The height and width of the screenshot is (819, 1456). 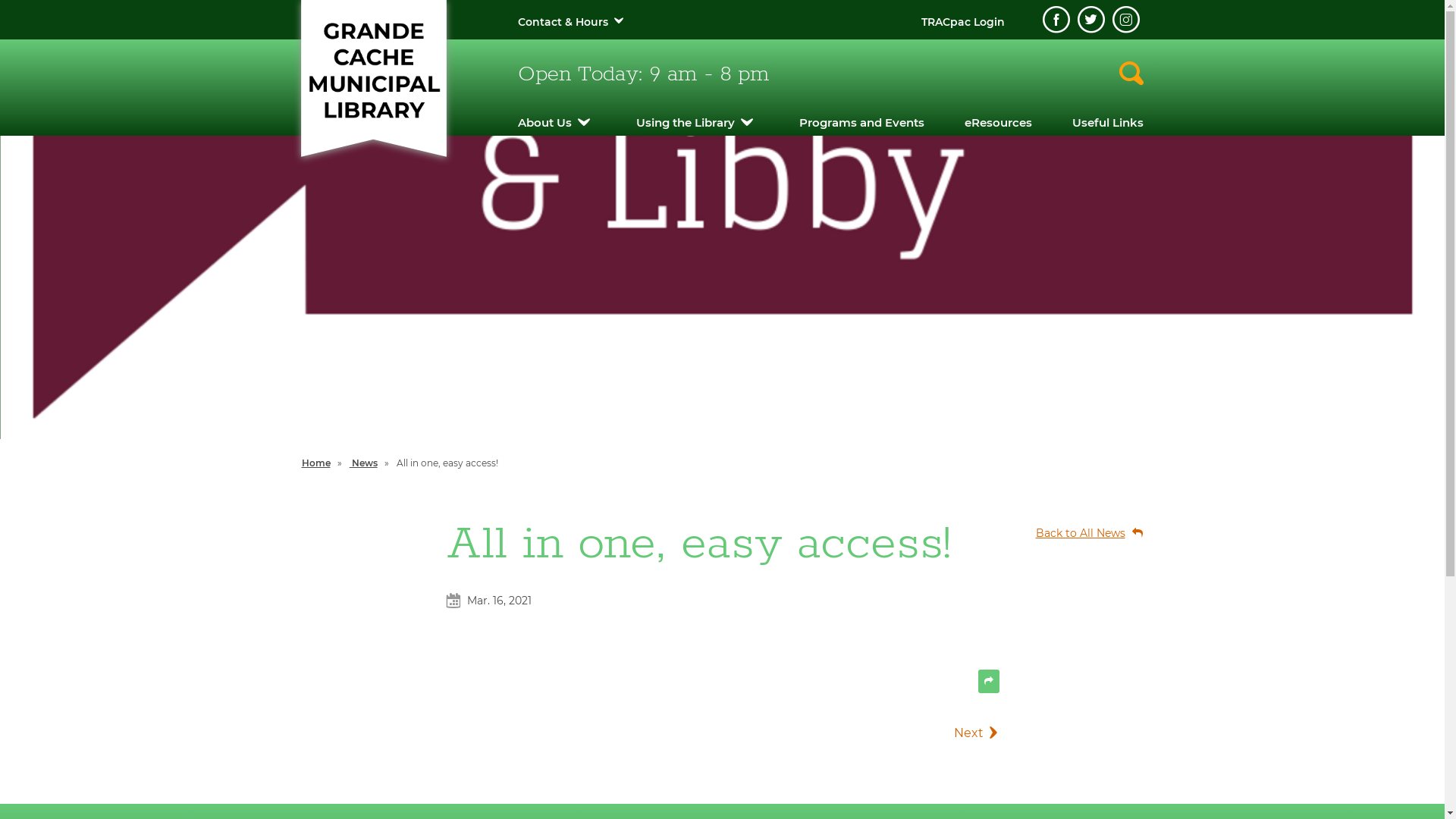 What do you see at coordinates (362, 462) in the screenshot?
I see `'News'` at bounding box center [362, 462].